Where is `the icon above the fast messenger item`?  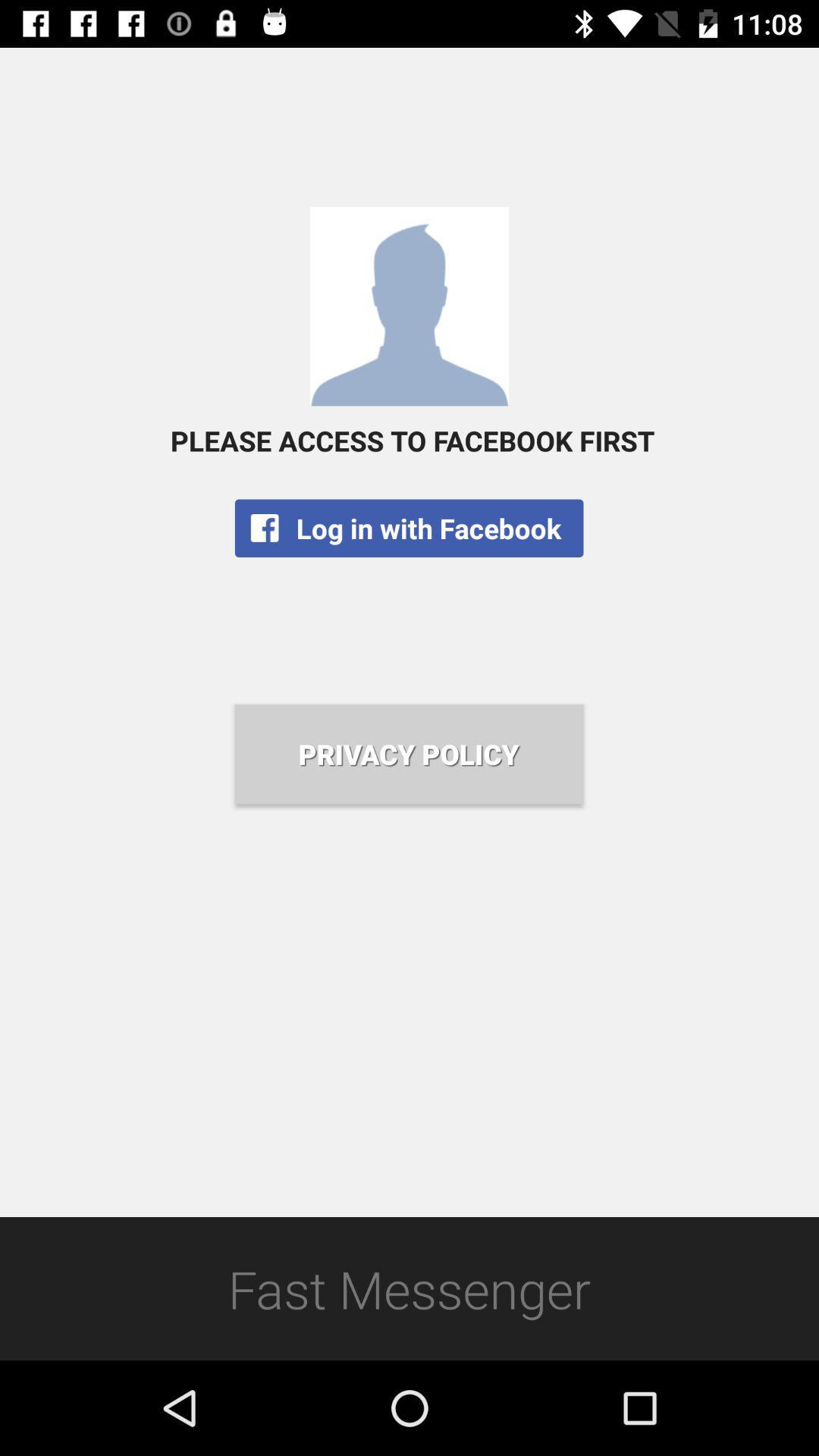 the icon above the fast messenger item is located at coordinates (408, 754).